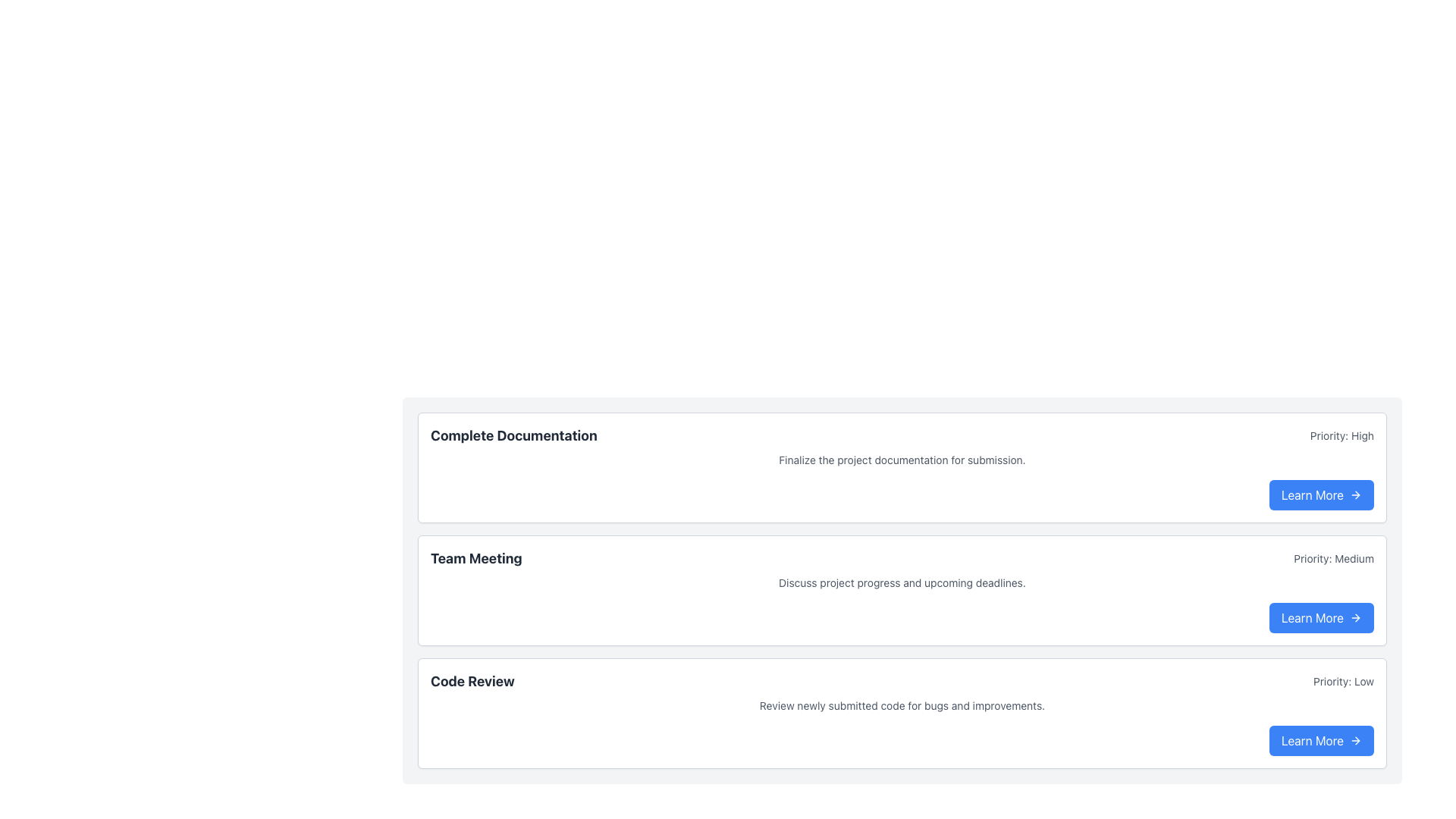  What do you see at coordinates (1356, 739) in the screenshot?
I see `the forward action icon located to the right of the 'Learn More' button text to invoke the button's action` at bounding box center [1356, 739].